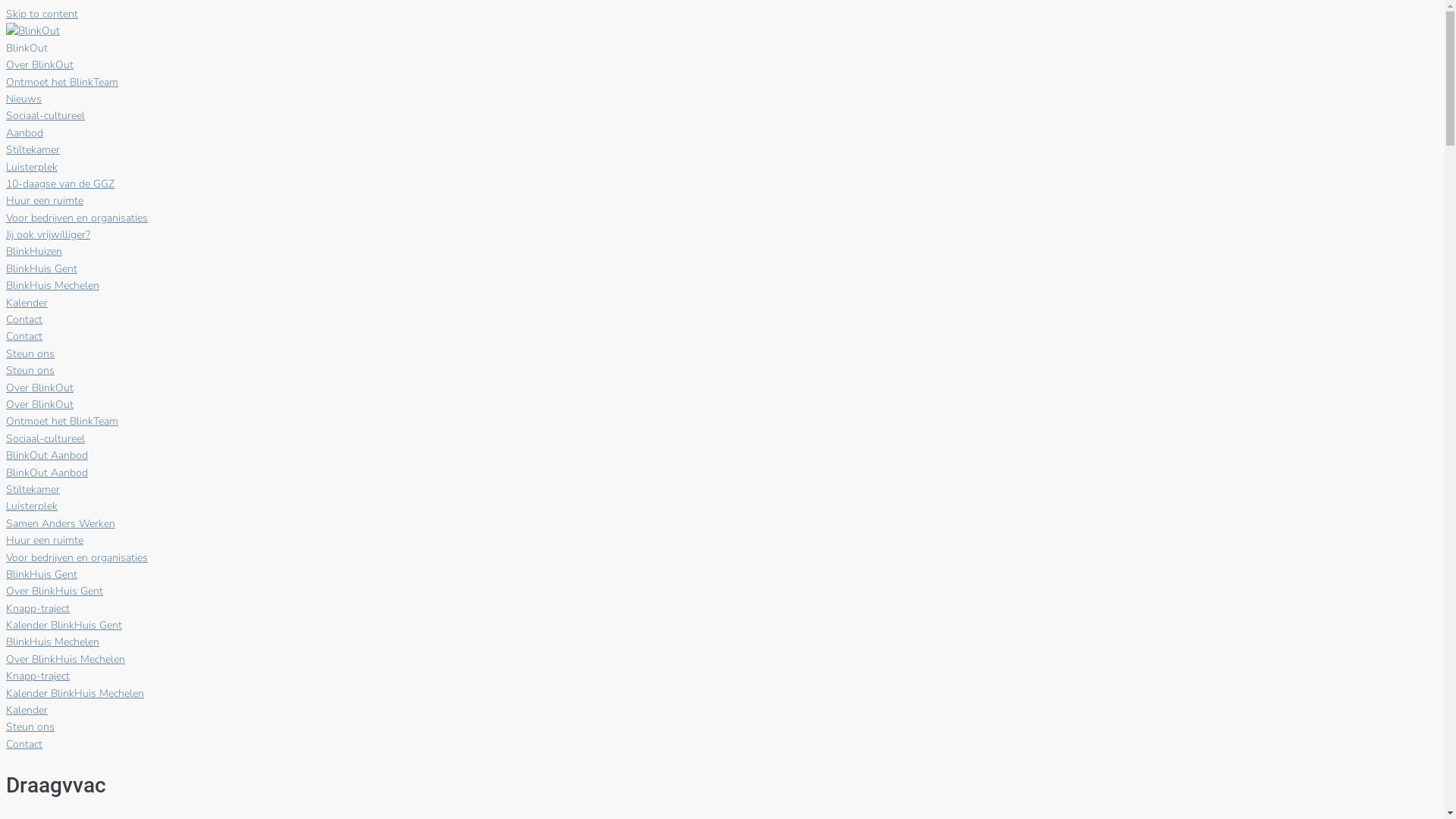  I want to click on 'Ontmoet het BlinkTeam', so click(6, 82).